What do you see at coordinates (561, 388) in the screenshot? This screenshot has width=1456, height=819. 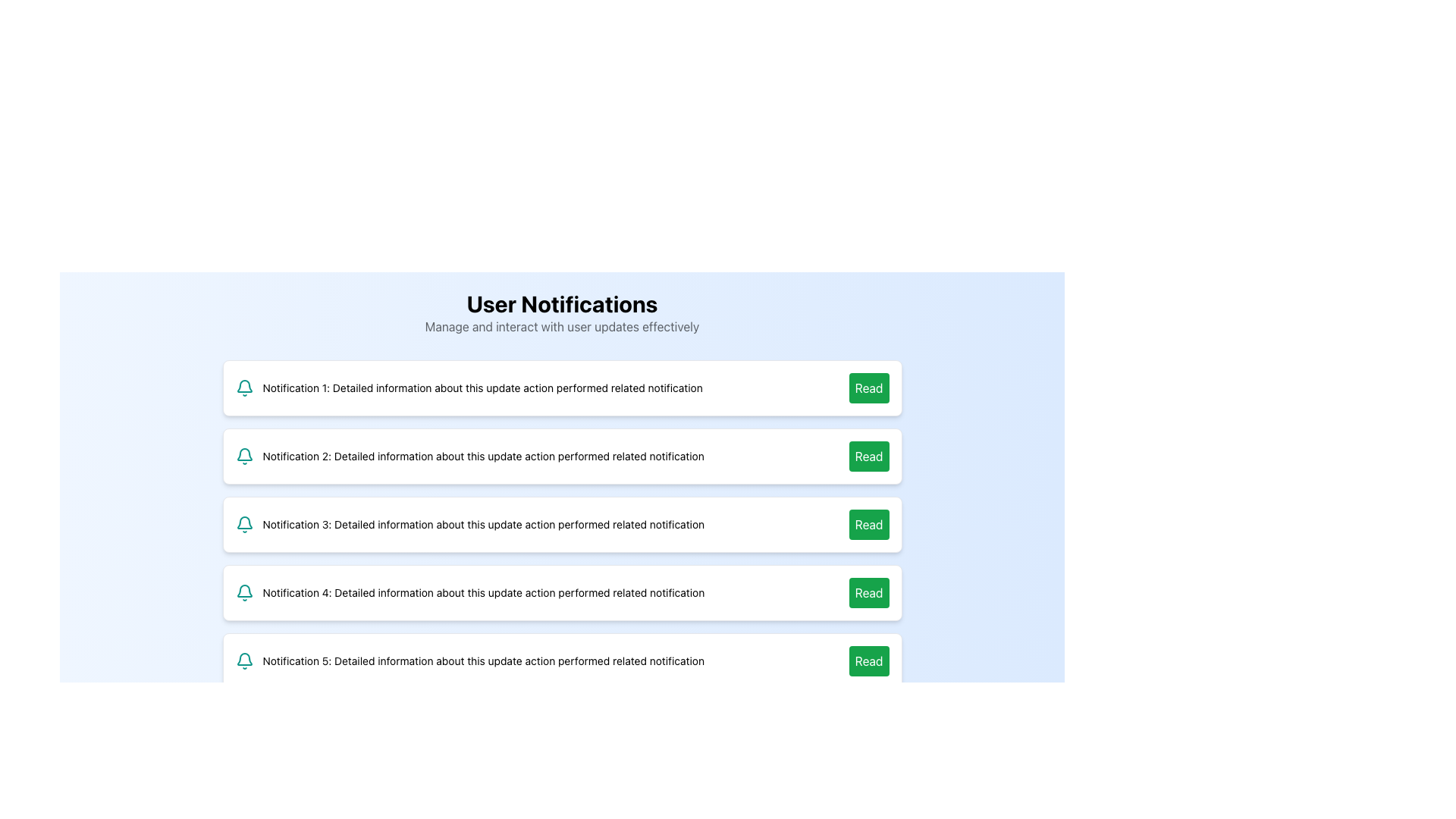 I see `the first List Item with Icon and Button in the User Notifications section by moving the cursor to its center point` at bounding box center [561, 388].